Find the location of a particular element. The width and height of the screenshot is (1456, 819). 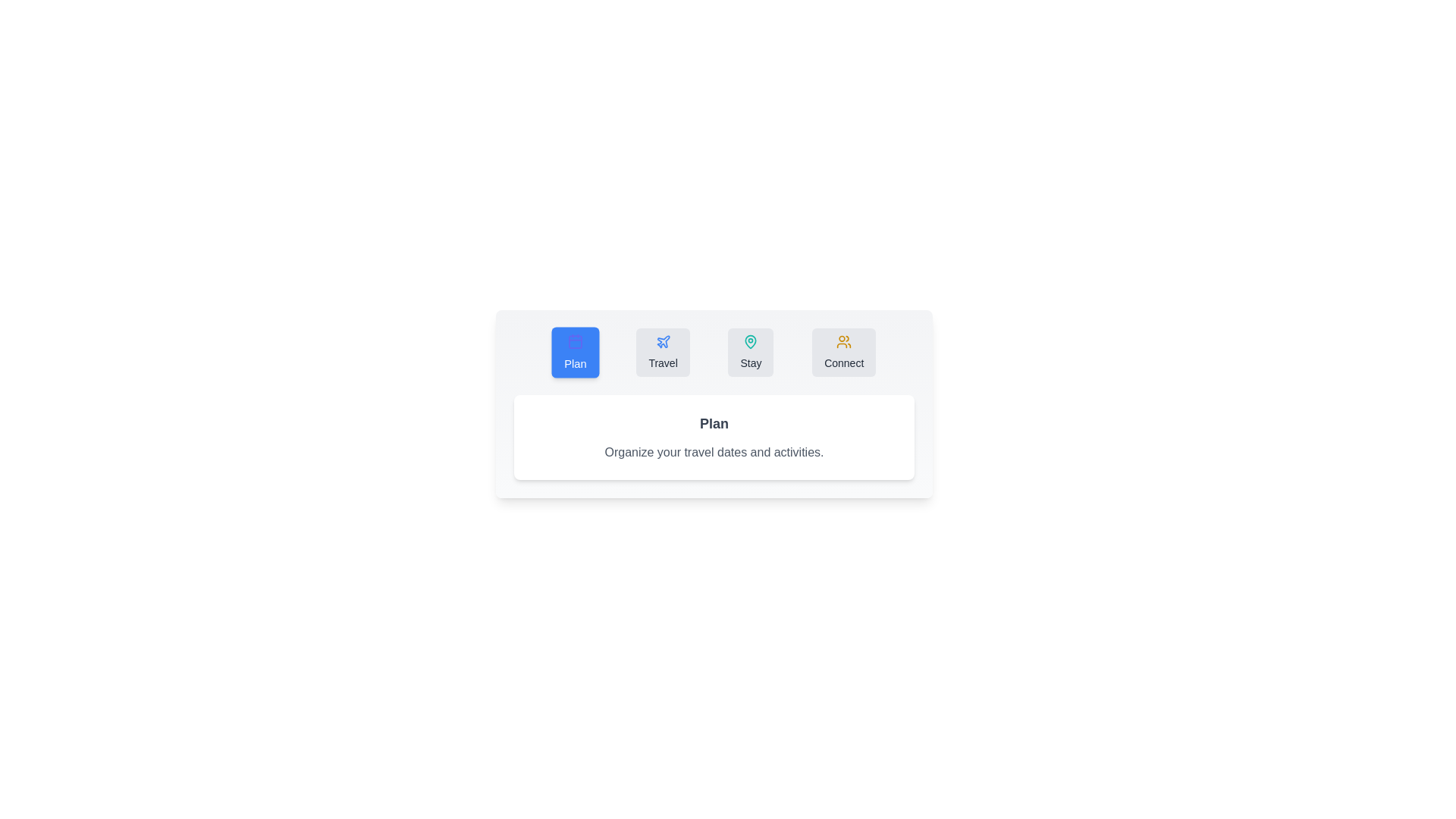

the tab labeled 'Travel' to preview its hover state is located at coordinates (663, 353).